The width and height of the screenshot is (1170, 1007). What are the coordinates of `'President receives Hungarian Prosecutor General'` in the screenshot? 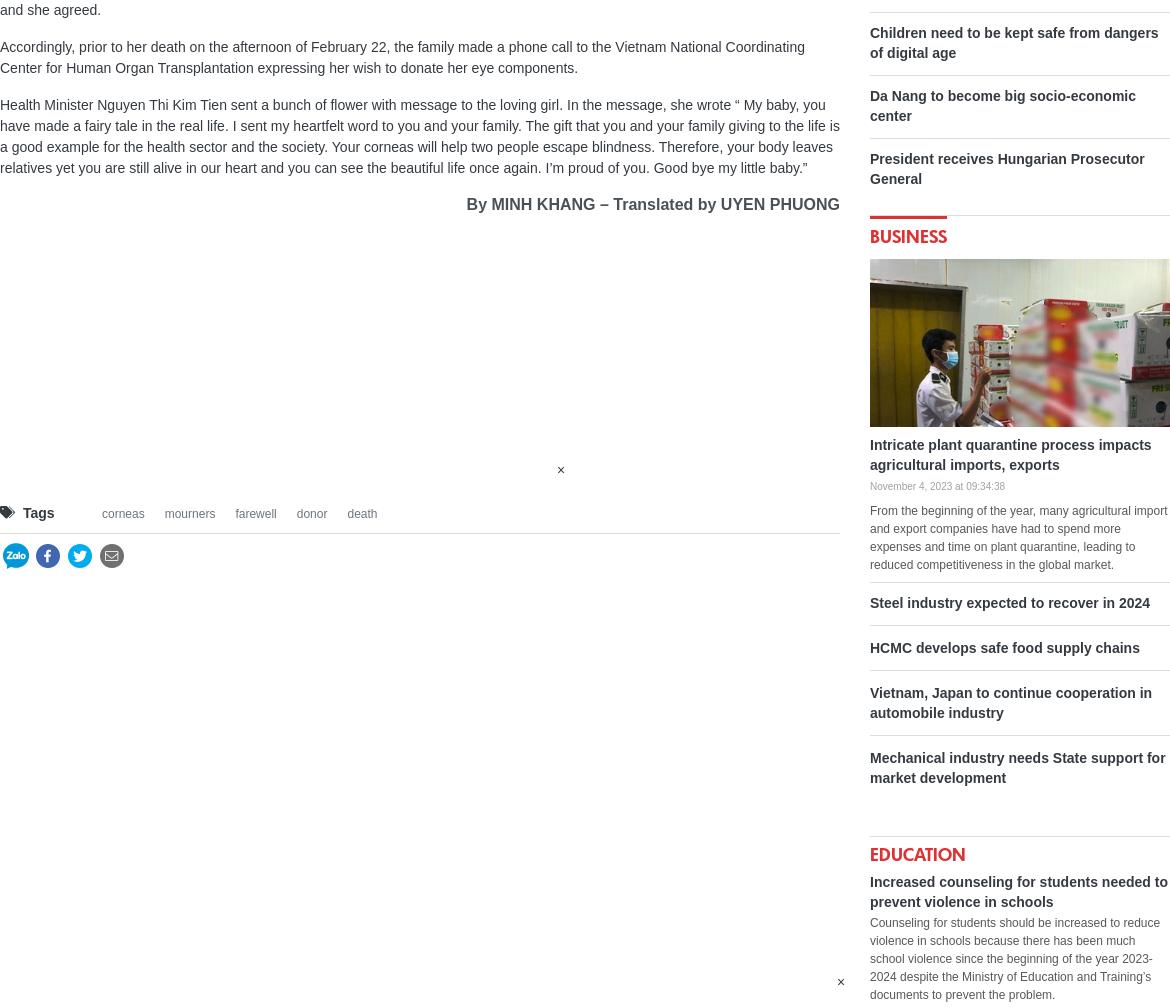 It's located at (1007, 168).